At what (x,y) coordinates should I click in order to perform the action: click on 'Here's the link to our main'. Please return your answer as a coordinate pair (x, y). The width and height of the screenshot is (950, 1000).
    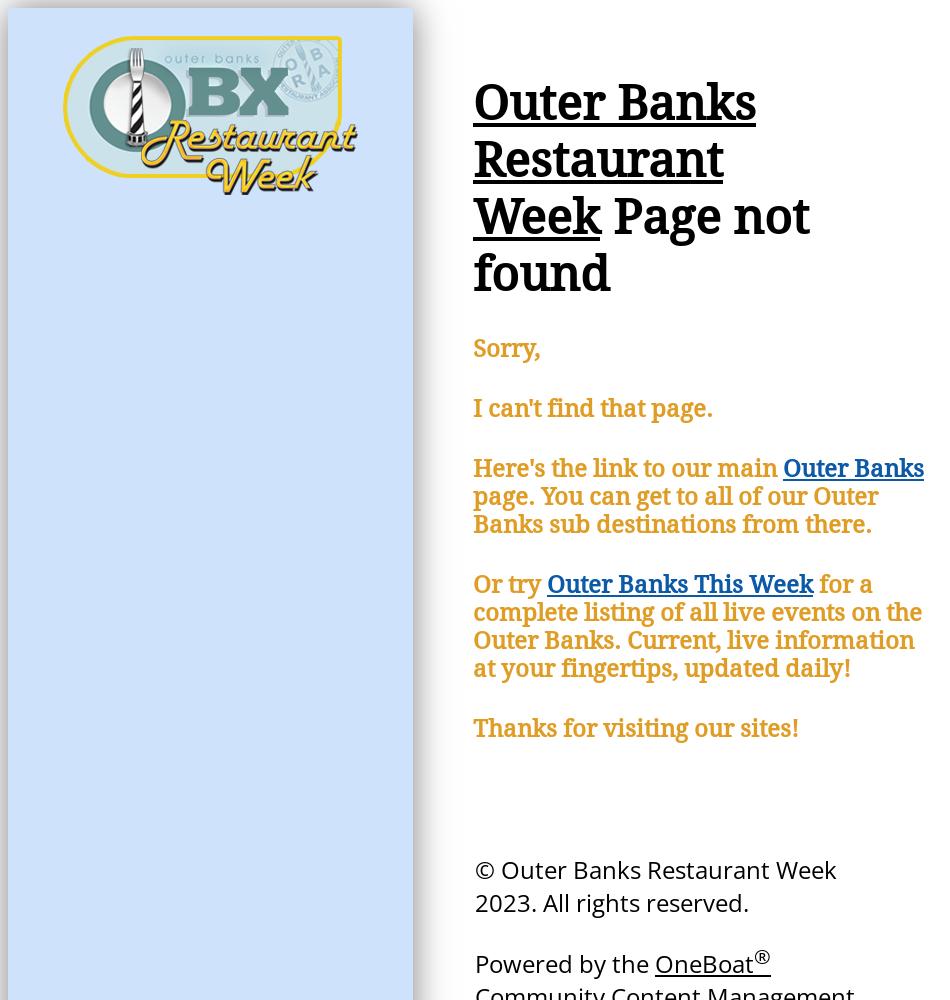
    Looking at the image, I should click on (628, 468).